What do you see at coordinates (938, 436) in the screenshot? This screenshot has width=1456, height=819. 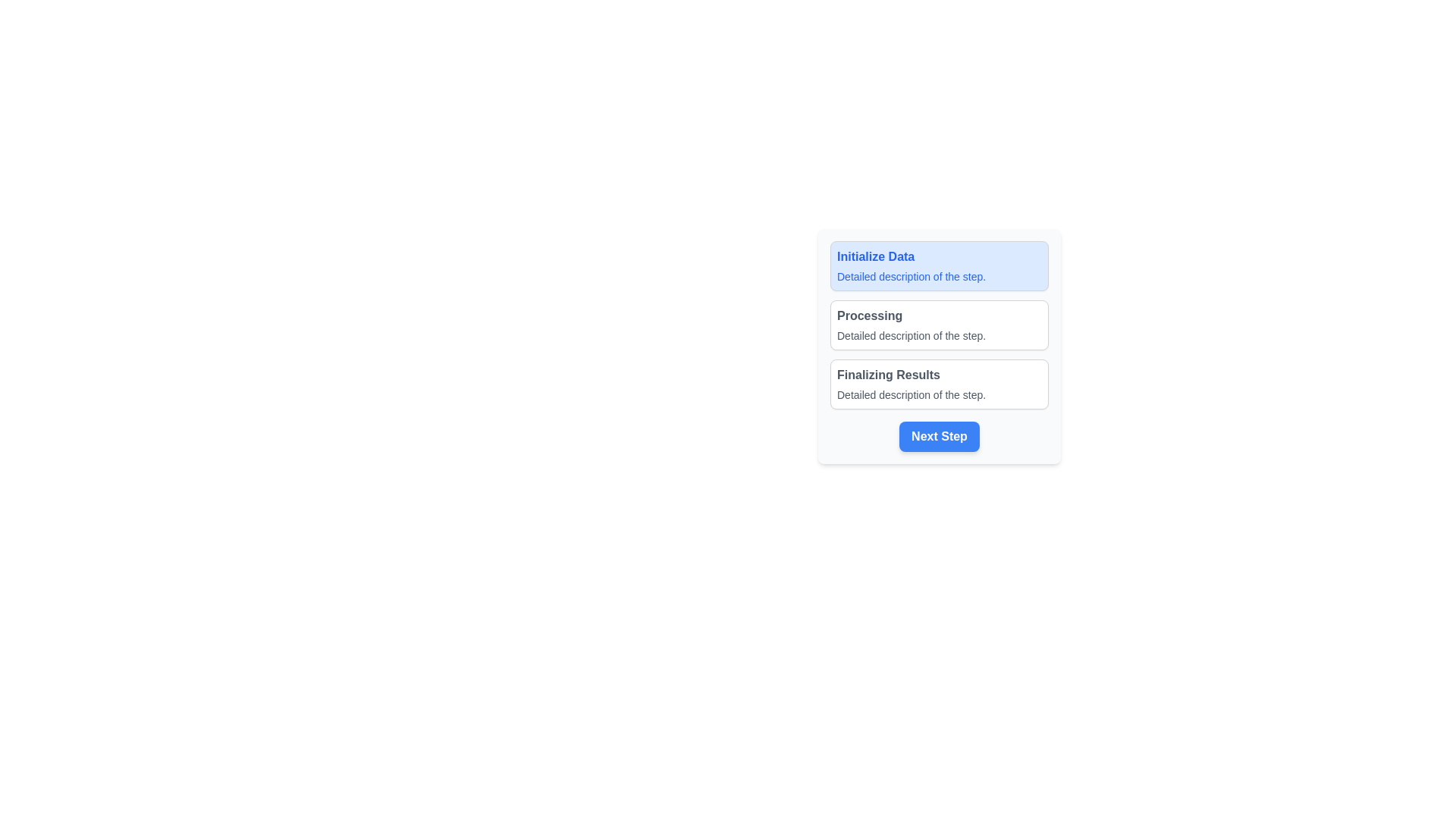 I see `the blue 'Next Step' button with bold white text` at bounding box center [938, 436].